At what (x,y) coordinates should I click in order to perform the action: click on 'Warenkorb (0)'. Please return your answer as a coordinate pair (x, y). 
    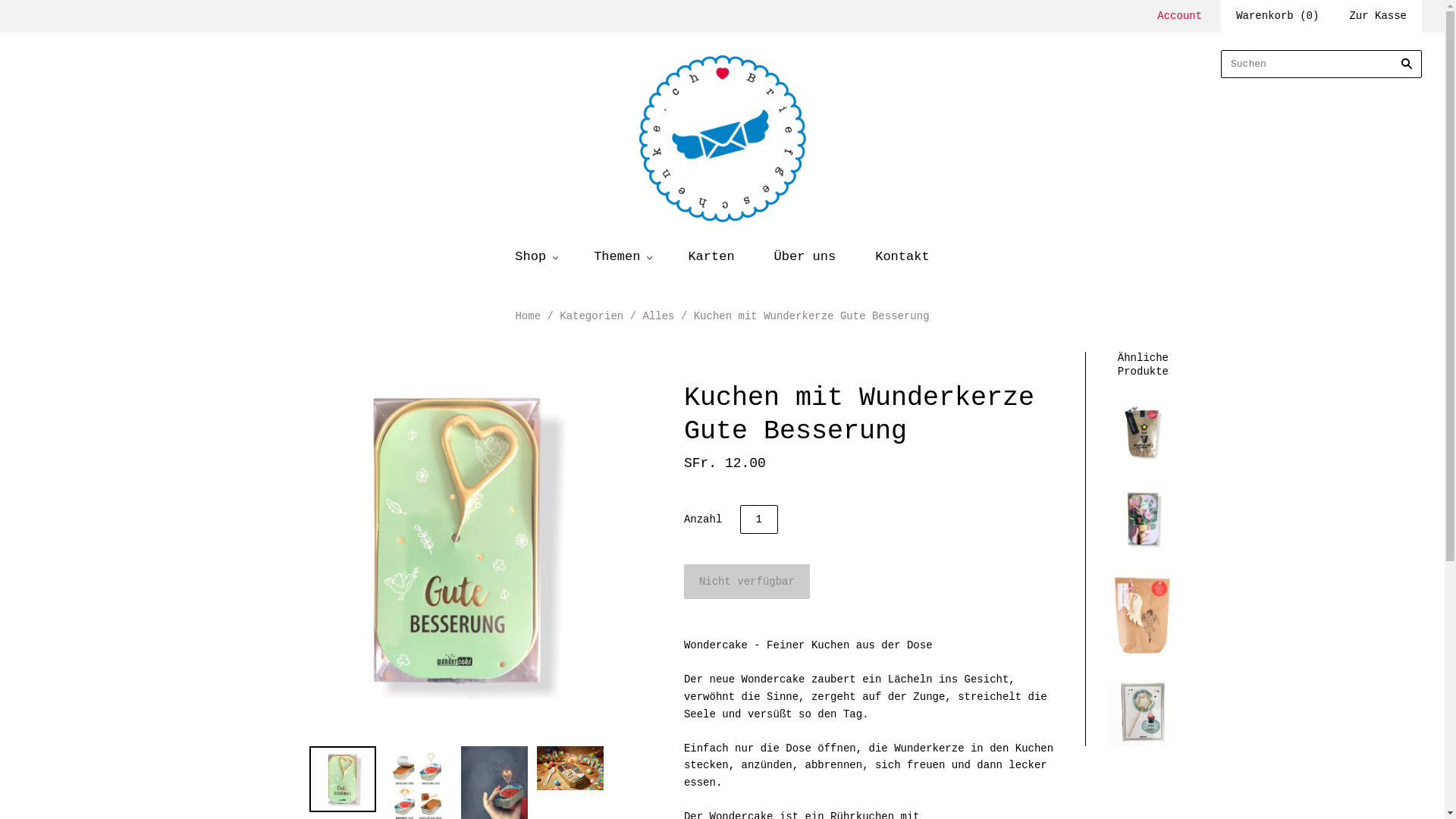
    Looking at the image, I should click on (1276, 16).